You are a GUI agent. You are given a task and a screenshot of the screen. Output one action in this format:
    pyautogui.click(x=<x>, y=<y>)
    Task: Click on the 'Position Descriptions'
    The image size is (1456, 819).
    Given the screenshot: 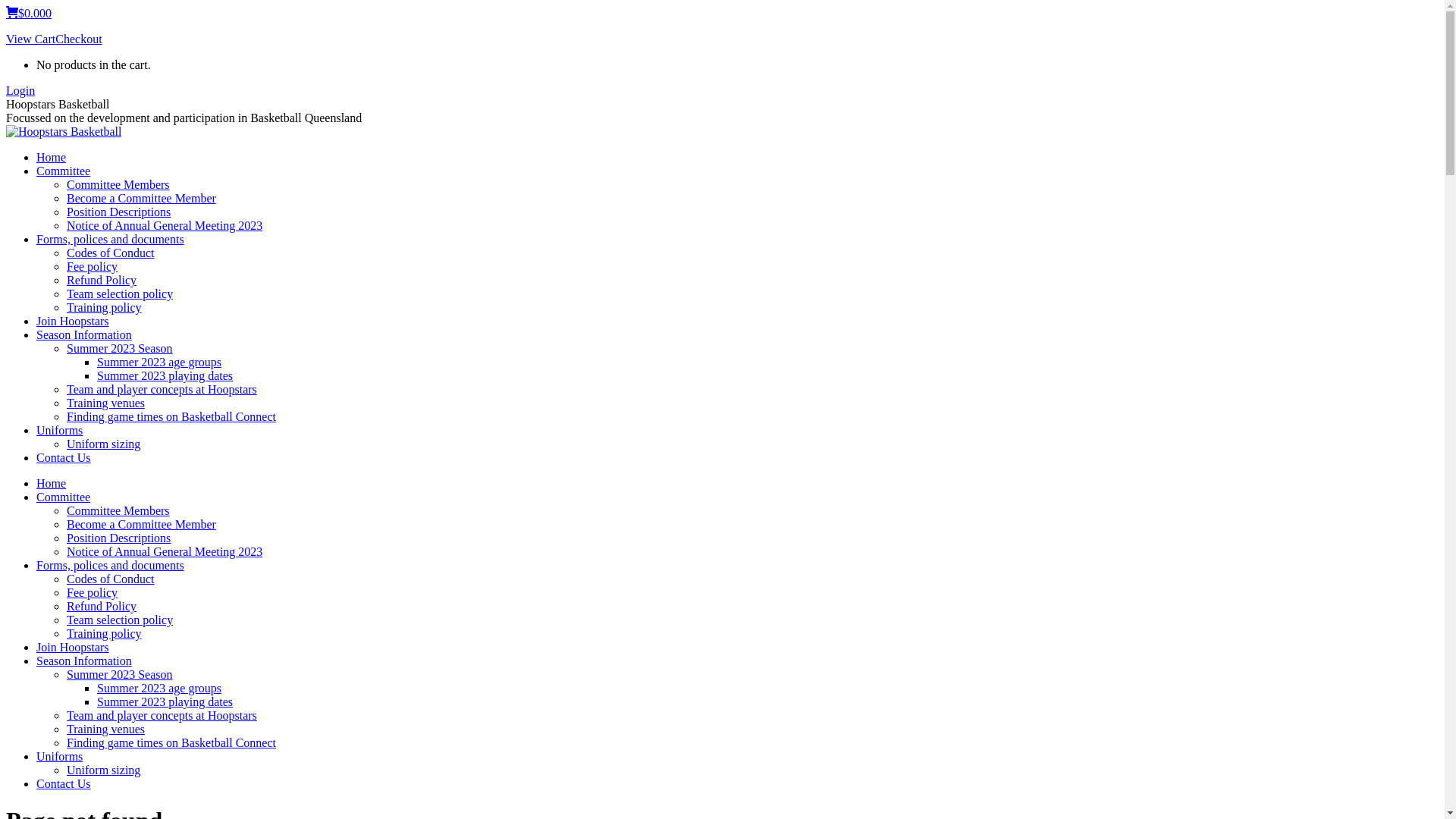 What is the action you would take?
    pyautogui.click(x=65, y=537)
    